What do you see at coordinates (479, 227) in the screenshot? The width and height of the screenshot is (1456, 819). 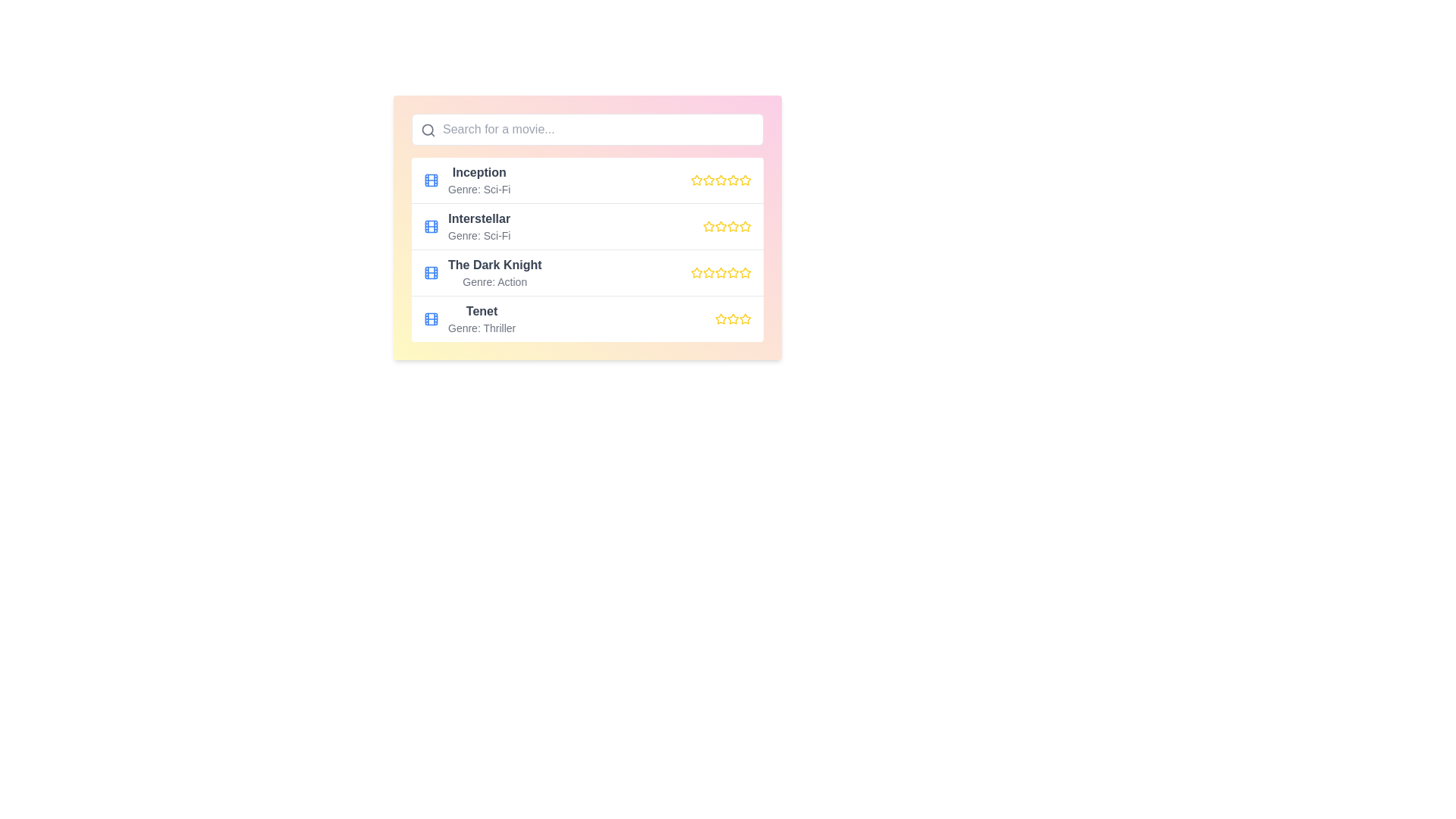 I see `the text label displaying the movie title and genre, which is the second item in the vertical list located below 'Inception: Genre Sci-Fi' and above 'The Dark Knight: Genre Action'` at bounding box center [479, 227].